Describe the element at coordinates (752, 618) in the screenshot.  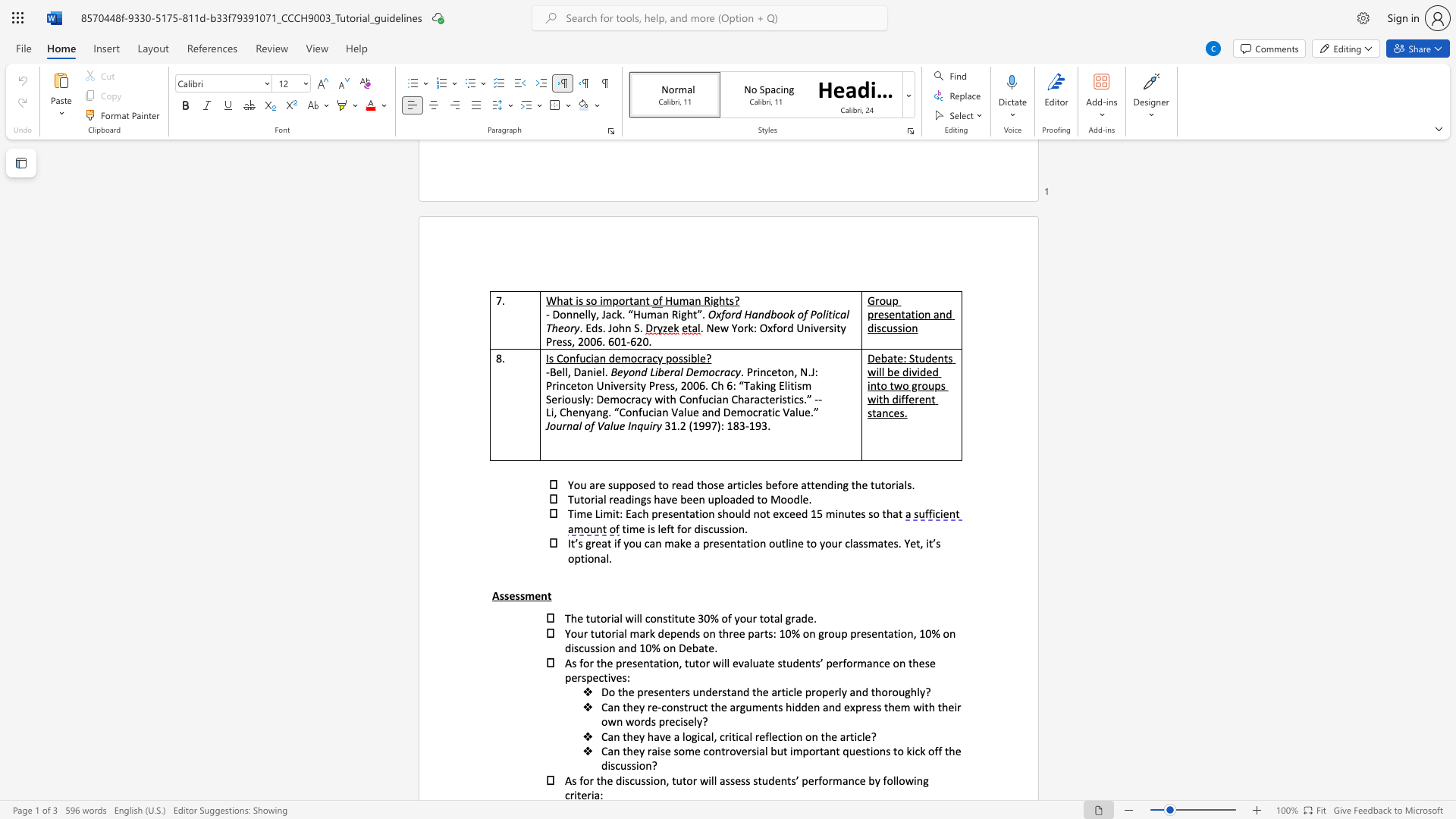
I see `the subset text "r tot" within the text "30% of your total grade."` at that location.